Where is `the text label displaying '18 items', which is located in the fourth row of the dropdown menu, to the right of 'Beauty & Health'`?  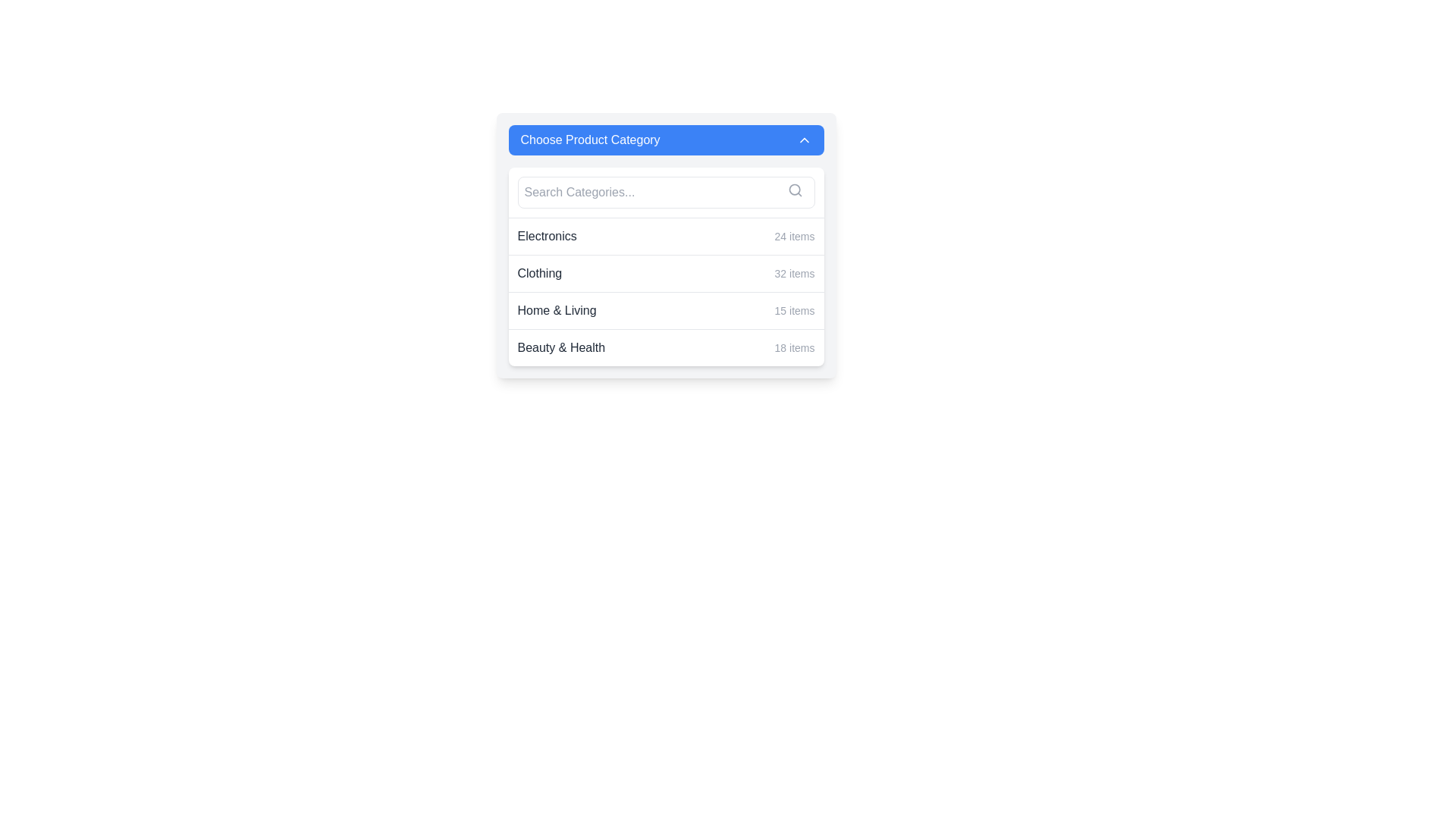 the text label displaying '18 items', which is located in the fourth row of the dropdown menu, to the right of 'Beauty & Health' is located at coordinates (794, 348).